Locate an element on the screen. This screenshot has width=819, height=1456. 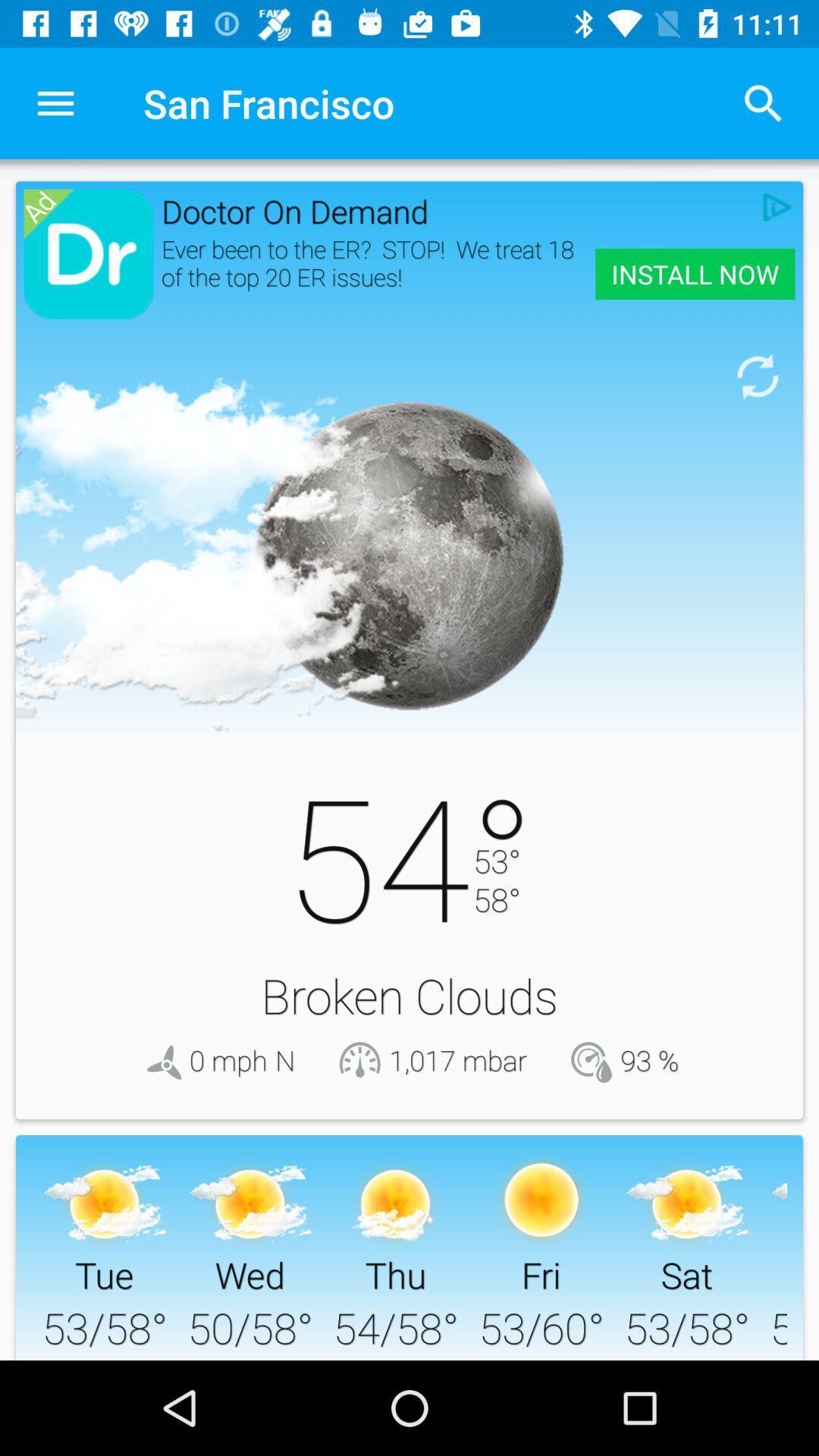
the item to the right of ever been to is located at coordinates (695, 274).